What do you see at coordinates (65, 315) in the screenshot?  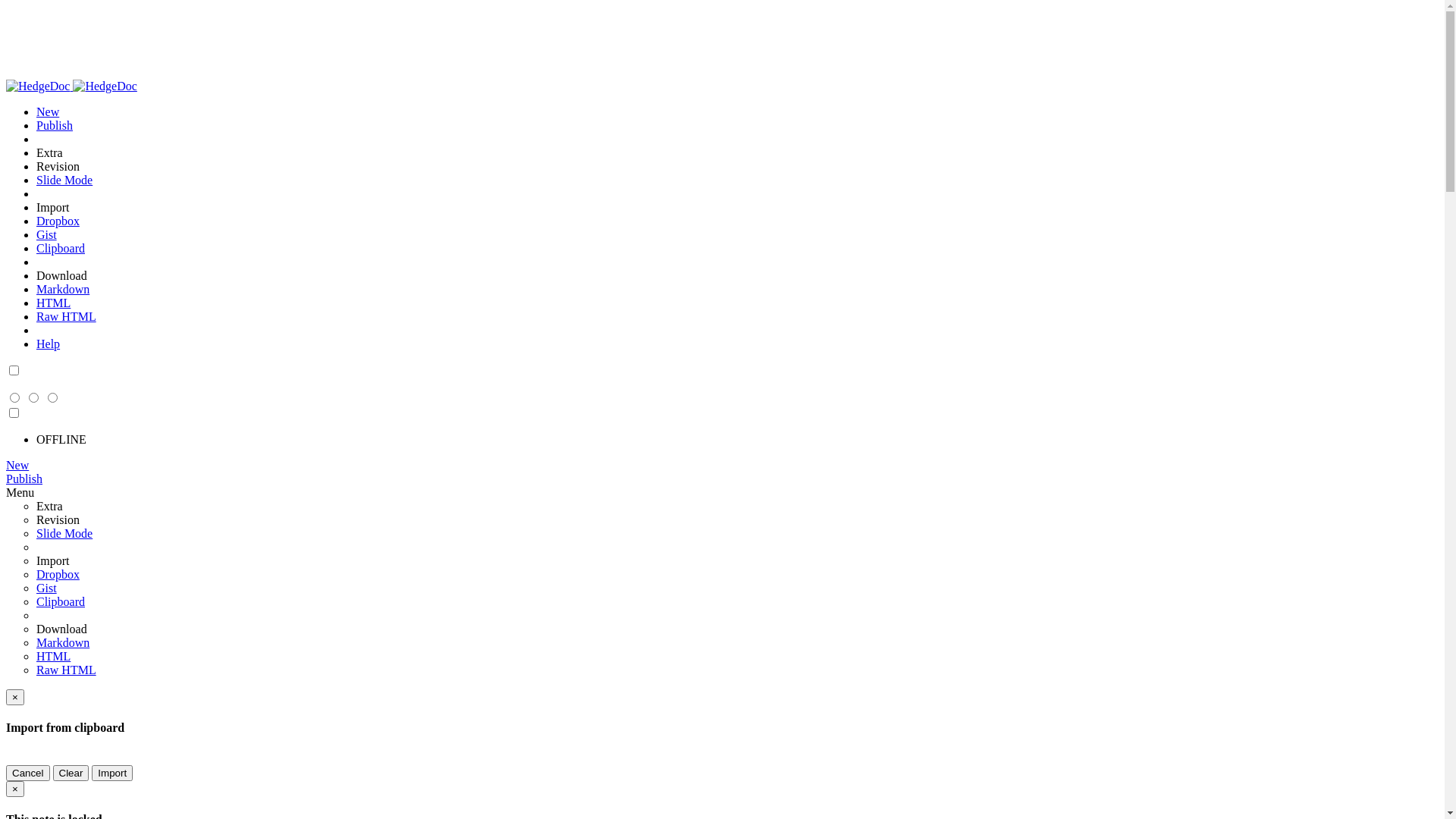 I see `'Raw HTML'` at bounding box center [65, 315].